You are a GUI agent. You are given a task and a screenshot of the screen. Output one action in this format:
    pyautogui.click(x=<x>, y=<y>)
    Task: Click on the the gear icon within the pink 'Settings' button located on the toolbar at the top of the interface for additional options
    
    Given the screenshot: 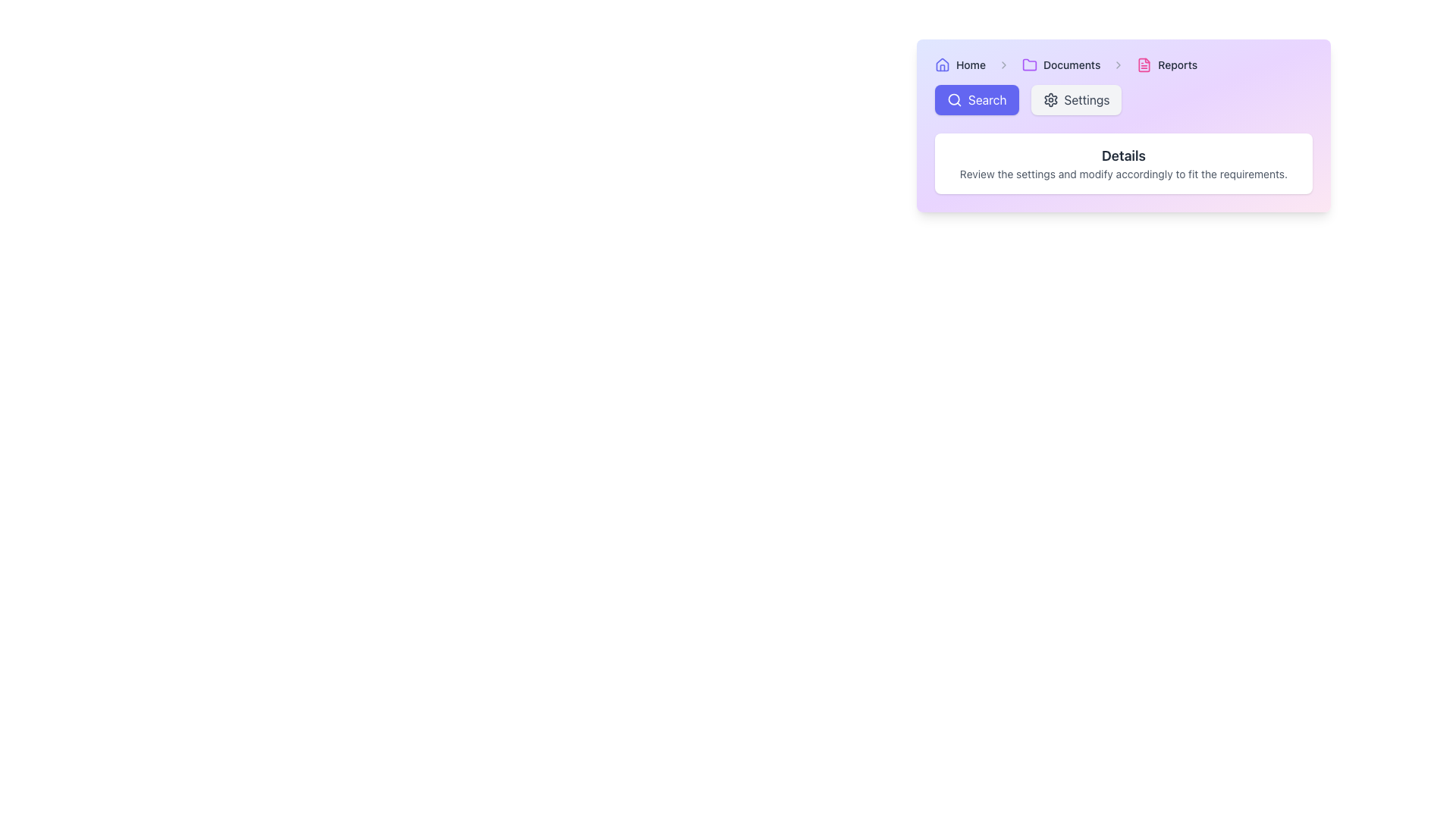 What is the action you would take?
    pyautogui.click(x=1050, y=99)
    